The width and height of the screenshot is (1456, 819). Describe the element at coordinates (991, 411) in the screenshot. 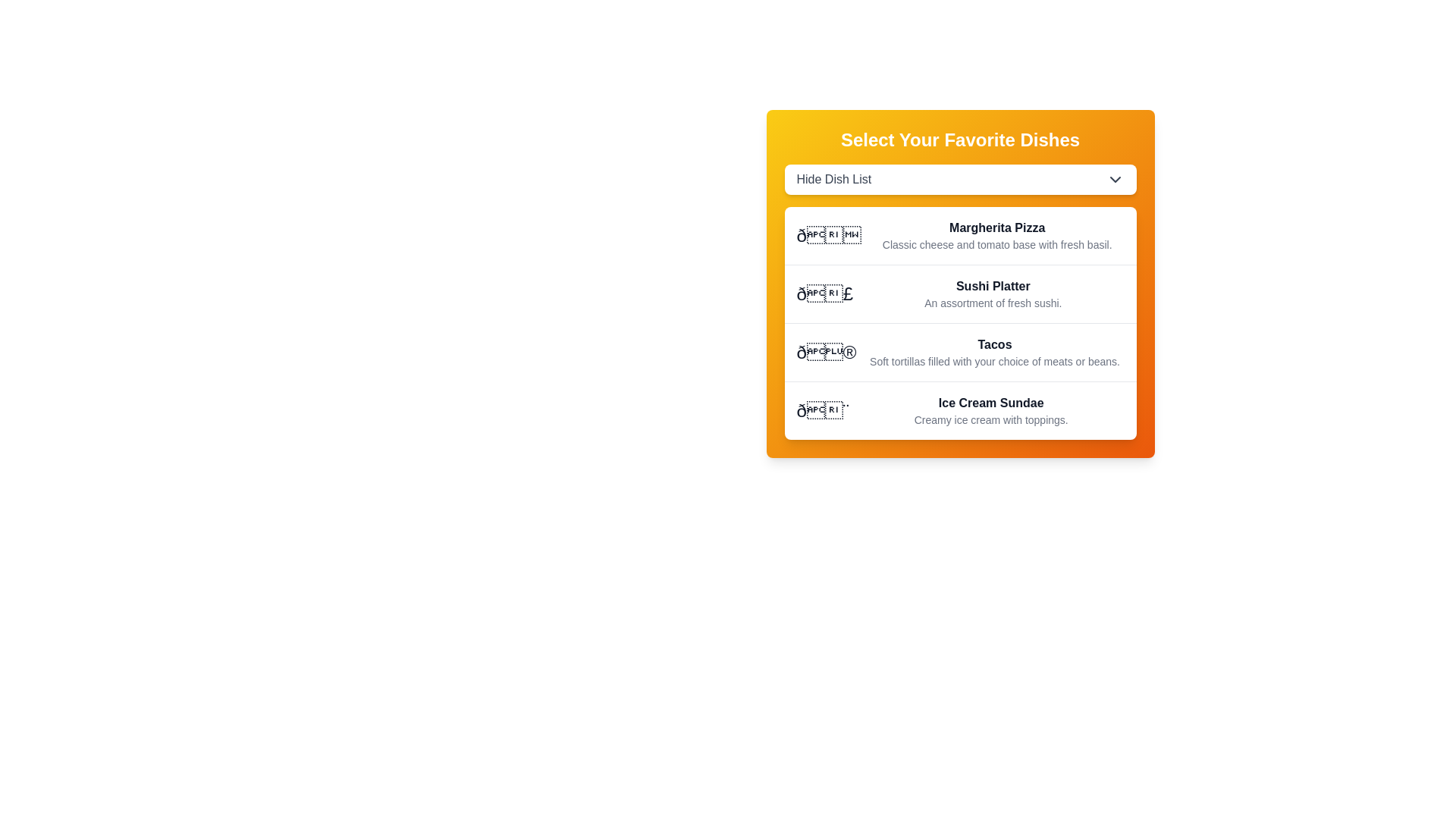

I see `the fourth item in the 'Select Your Favorite Dishes' section, which displays the name and description of a dessert` at that location.